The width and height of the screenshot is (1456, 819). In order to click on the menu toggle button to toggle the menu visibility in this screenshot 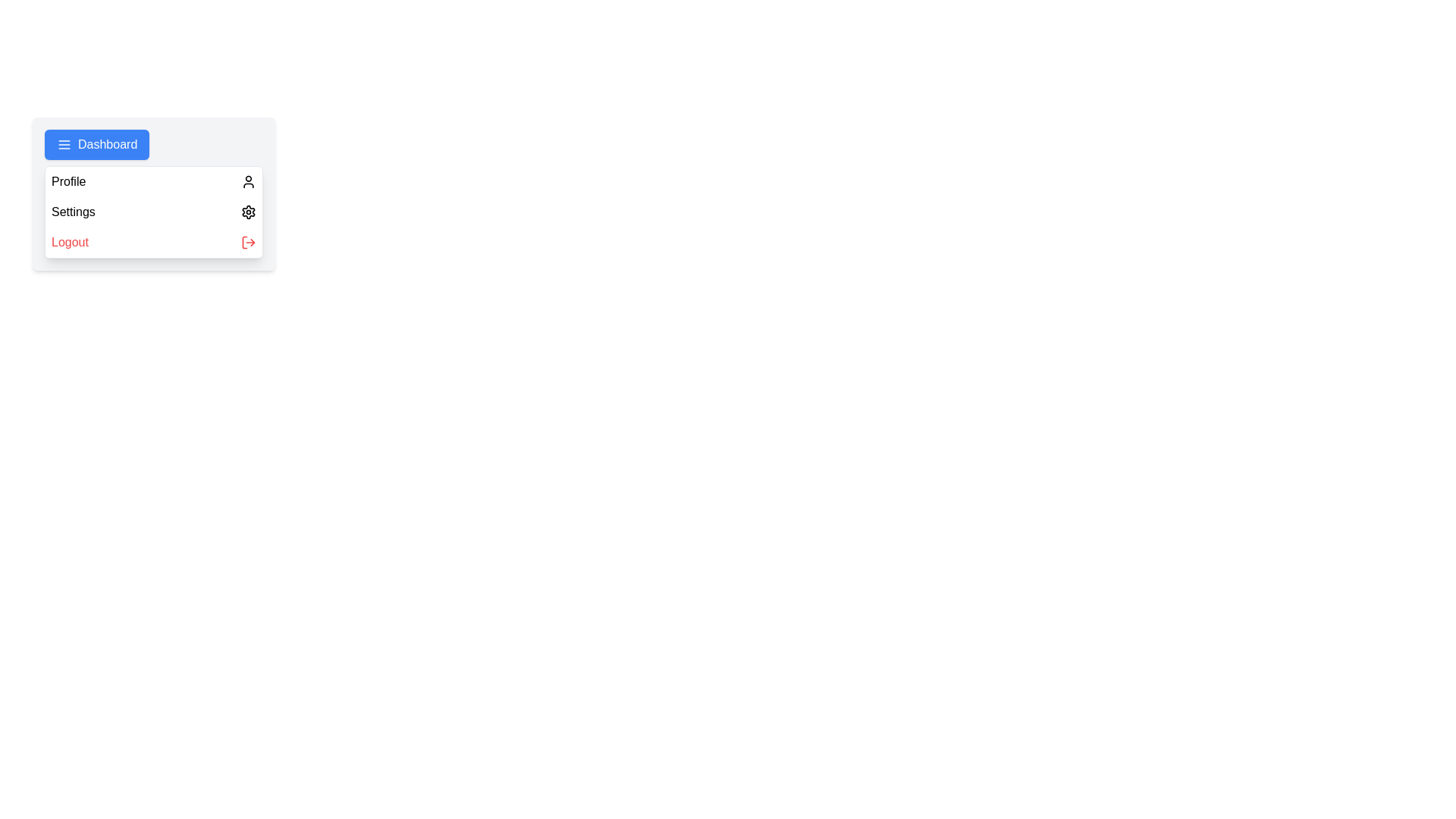, I will do `click(96, 145)`.